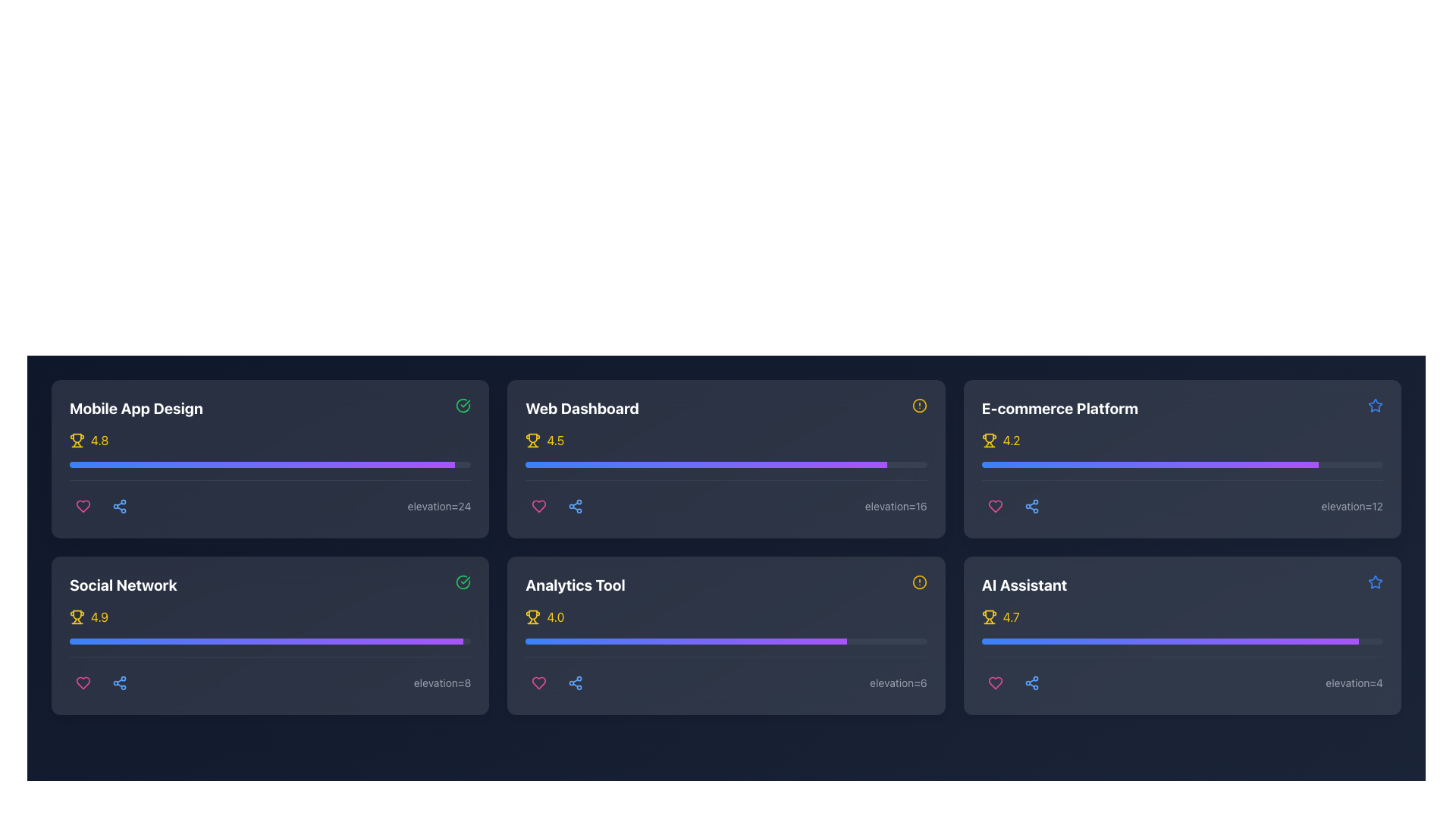 The width and height of the screenshot is (1456, 819). What do you see at coordinates (918, 581) in the screenshot?
I see `the visual status indication of the circular shape element with an outline-only design, located within the warning icon in the 'Analytics Tool' card` at bounding box center [918, 581].